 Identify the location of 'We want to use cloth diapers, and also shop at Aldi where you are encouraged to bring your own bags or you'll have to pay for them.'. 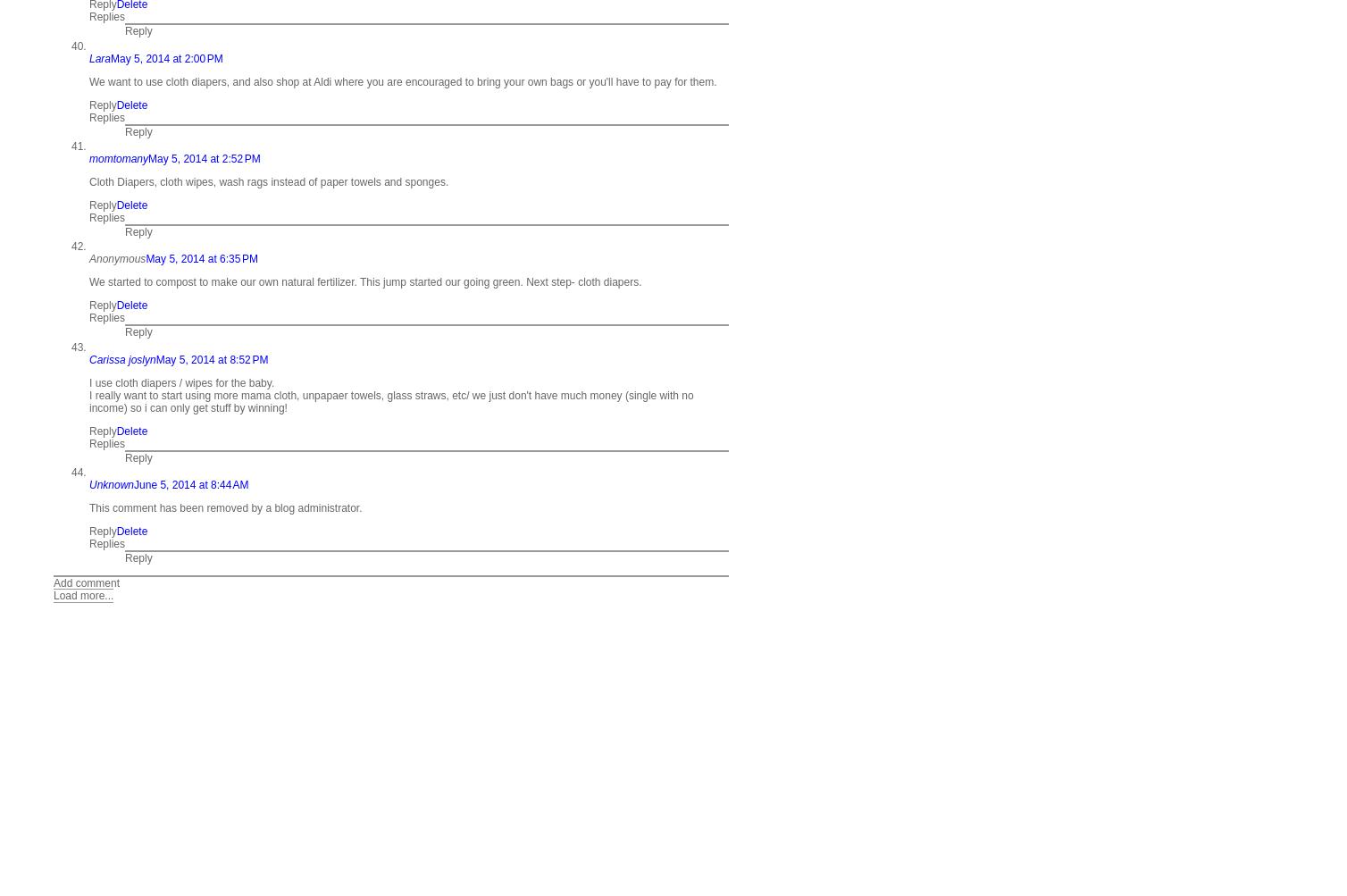
(403, 80).